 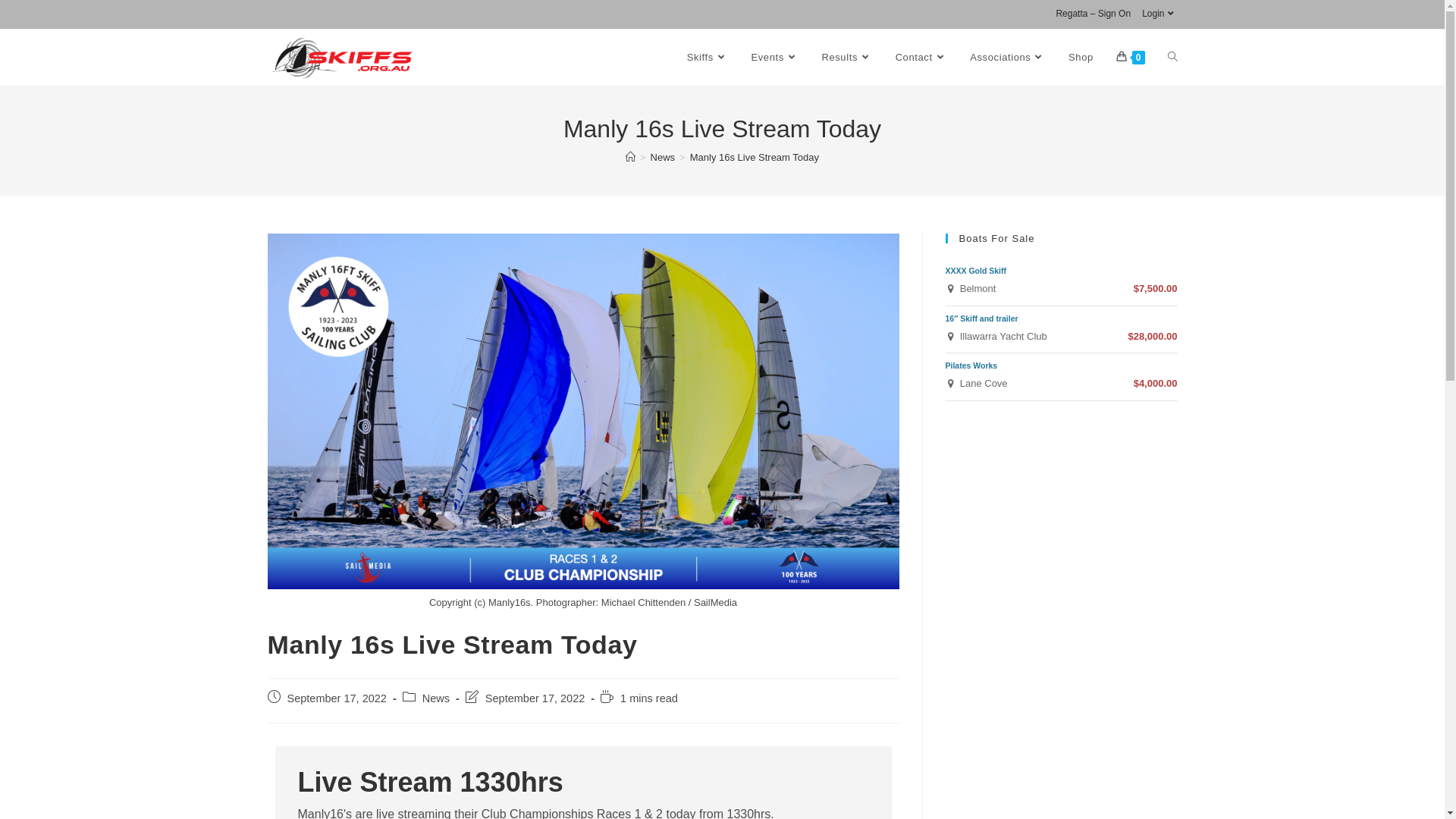 I want to click on 'News', so click(x=435, y=698).